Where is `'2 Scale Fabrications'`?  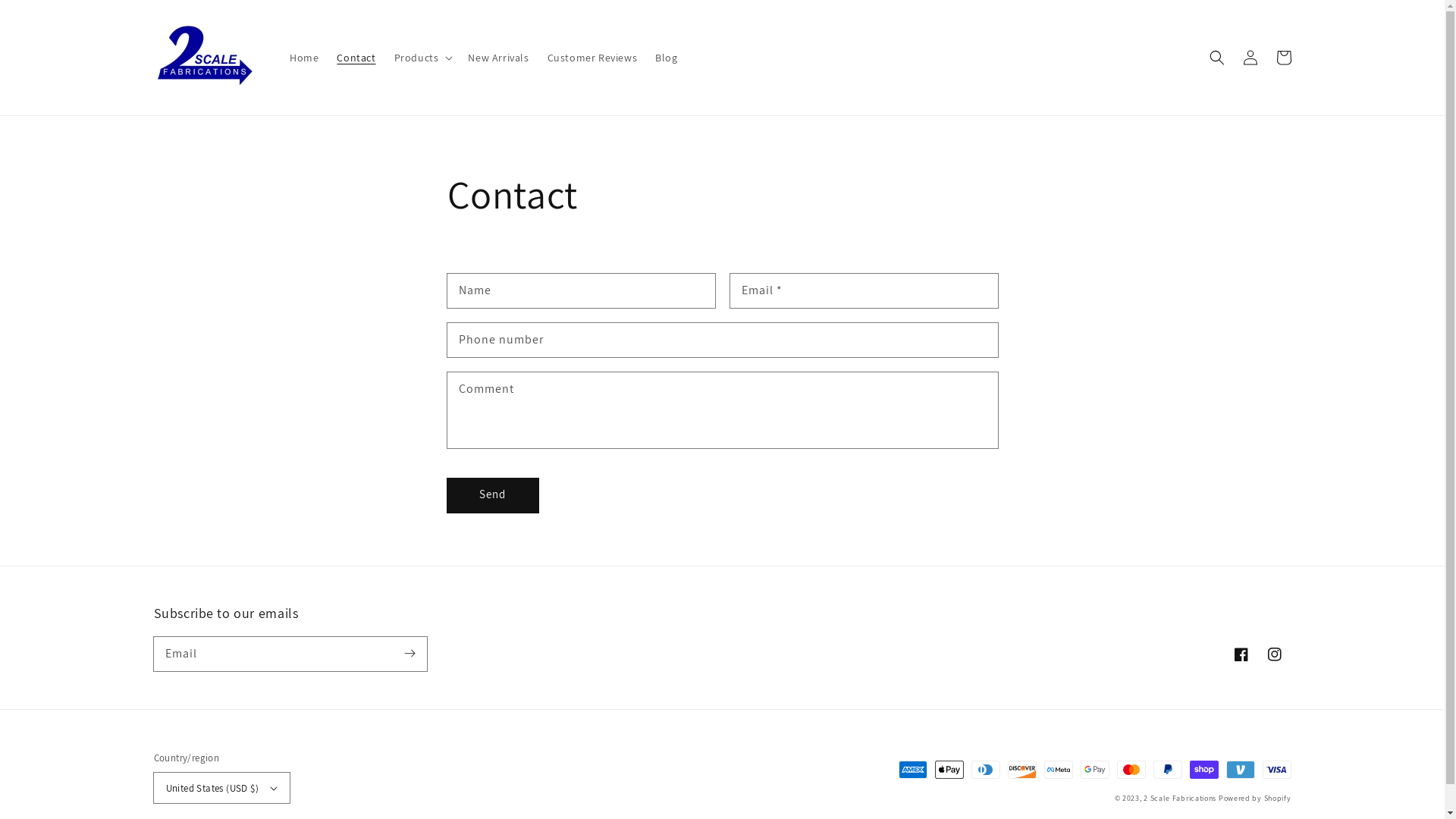 '2 Scale Fabrications' is located at coordinates (1178, 797).